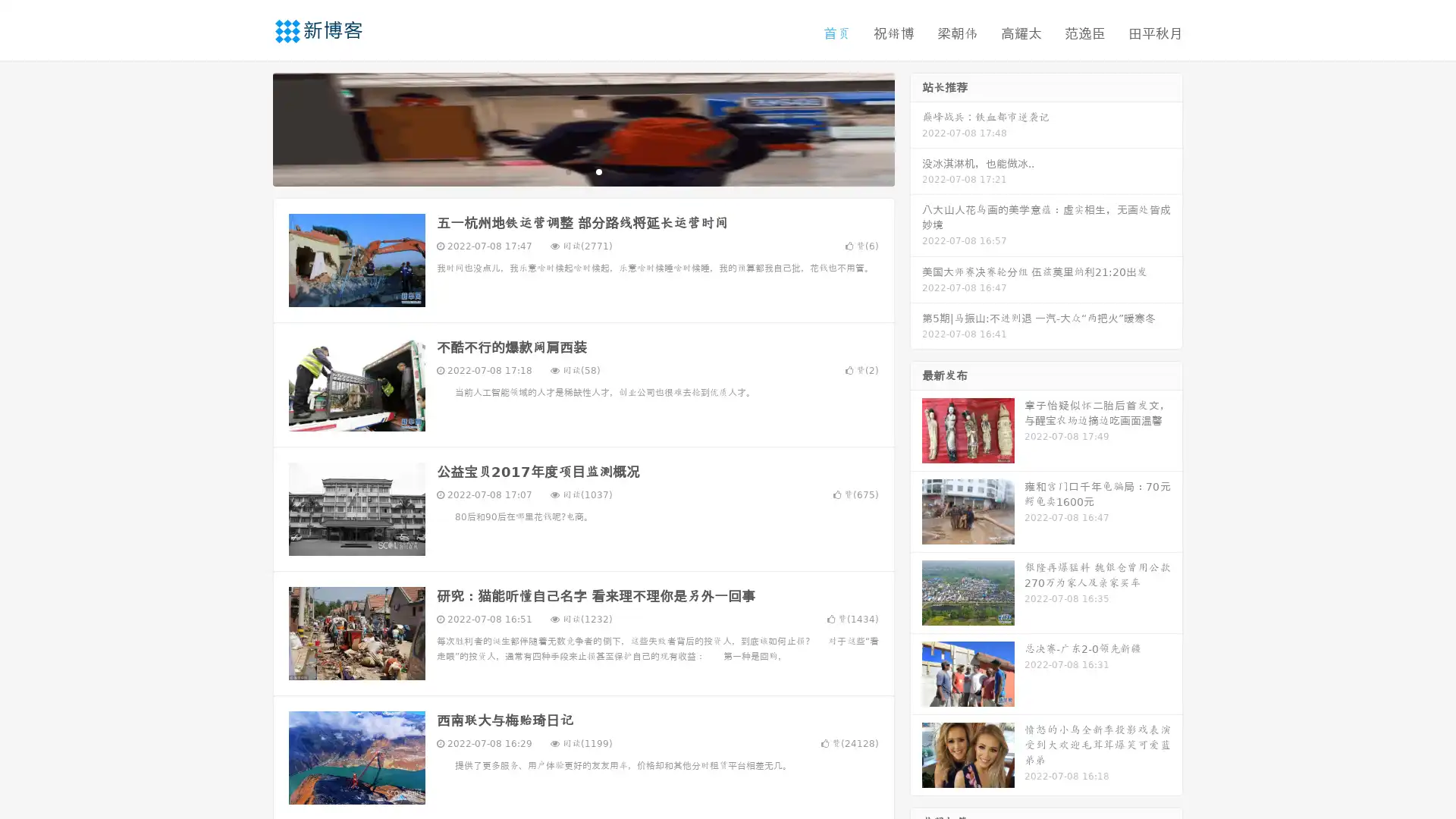 This screenshot has width=1456, height=819. What do you see at coordinates (916, 127) in the screenshot?
I see `Next slide` at bounding box center [916, 127].